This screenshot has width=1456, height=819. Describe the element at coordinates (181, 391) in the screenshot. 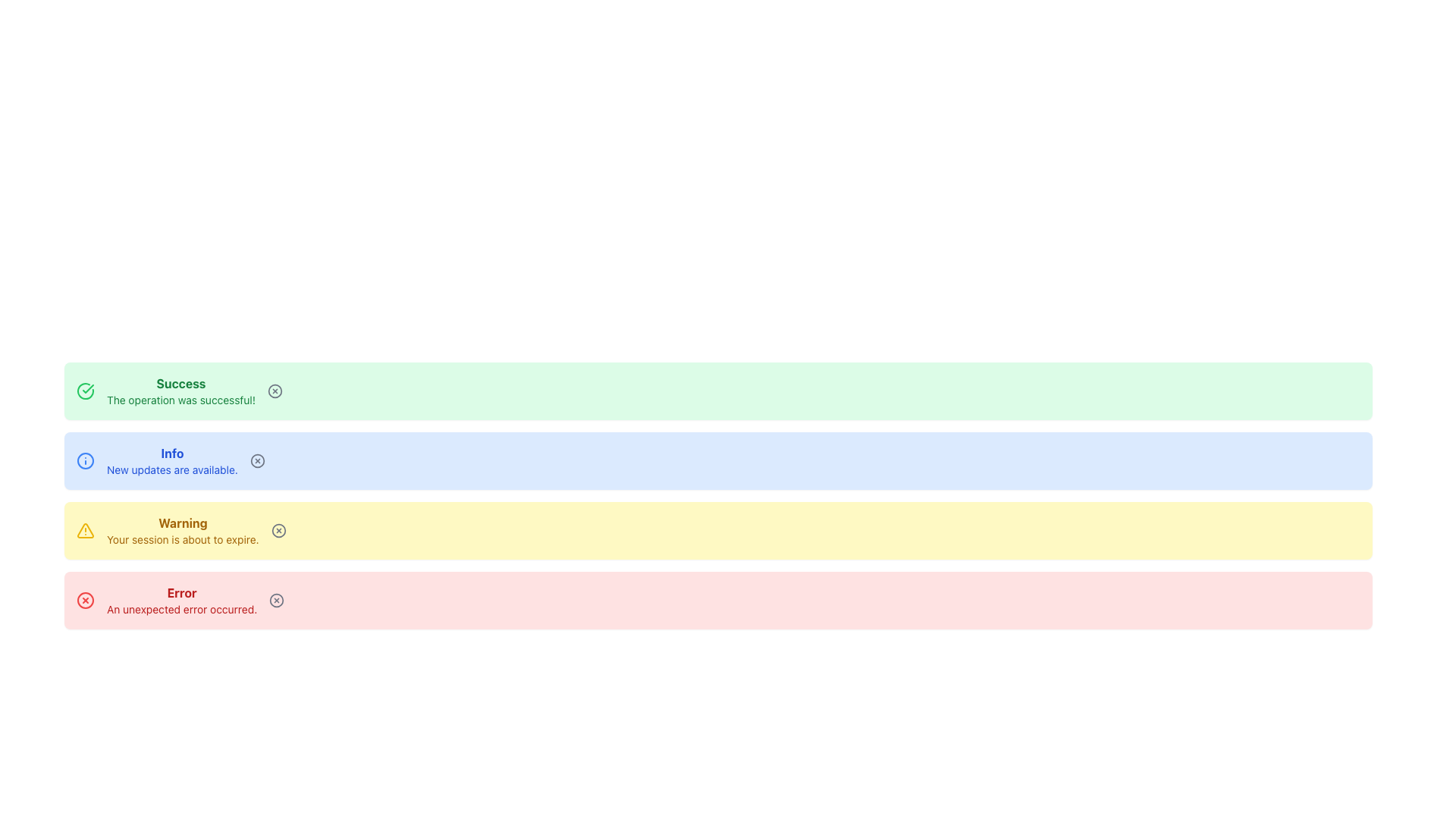

I see `success message displayed in the text block located within the green success message box, positioned to the right of the green circular checkmark icon and to the left of the interactive close icon` at that location.